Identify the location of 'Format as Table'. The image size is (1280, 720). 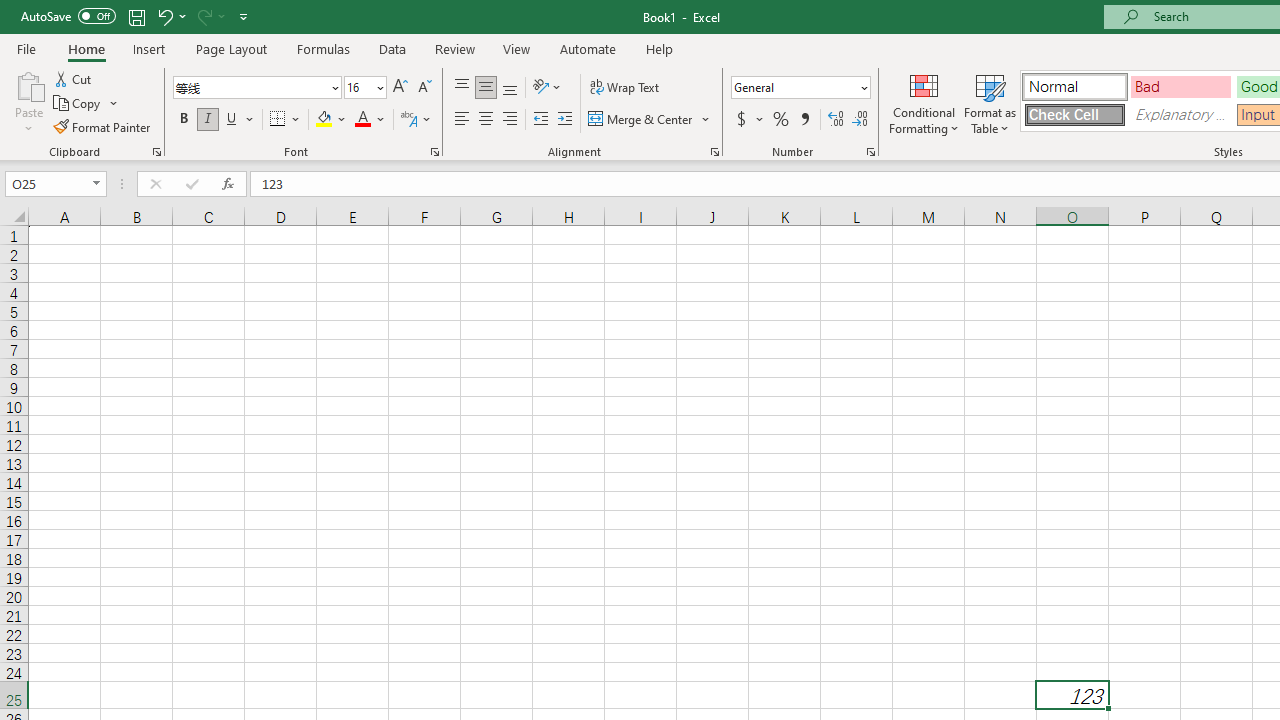
(990, 103).